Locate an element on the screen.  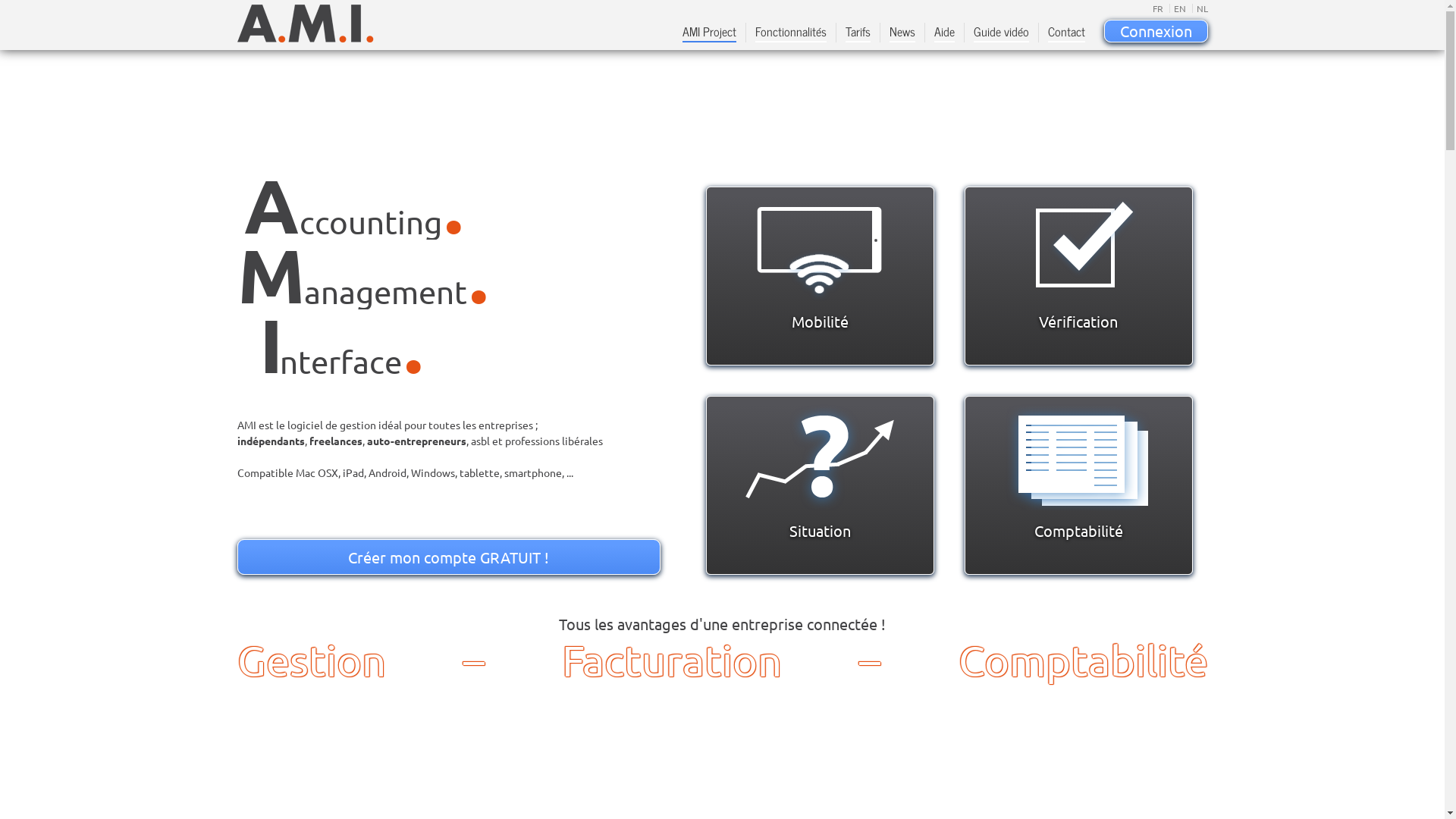
'News' is located at coordinates (902, 33).